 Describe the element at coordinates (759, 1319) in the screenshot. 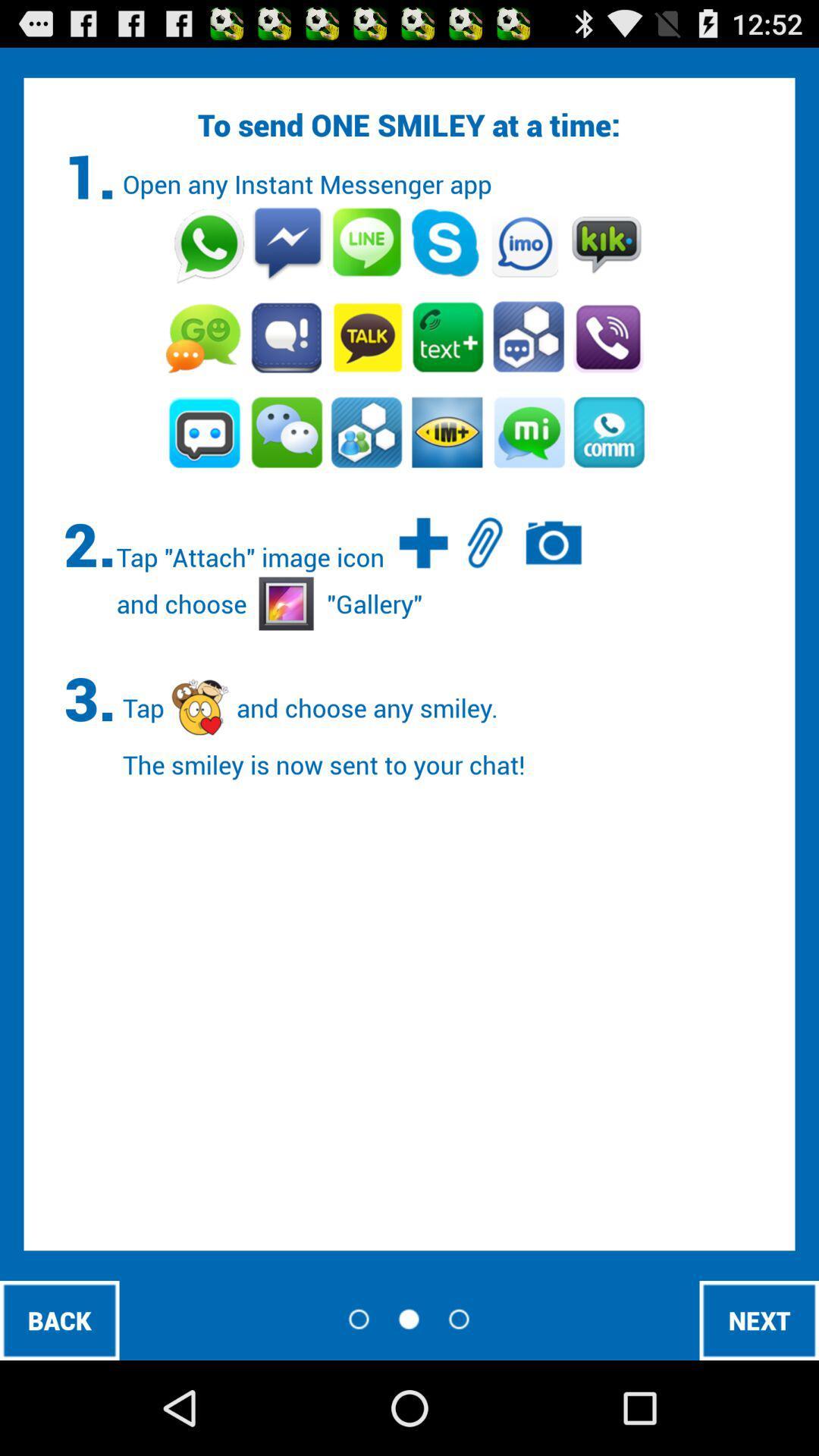

I see `button at the bottom right corner` at that location.